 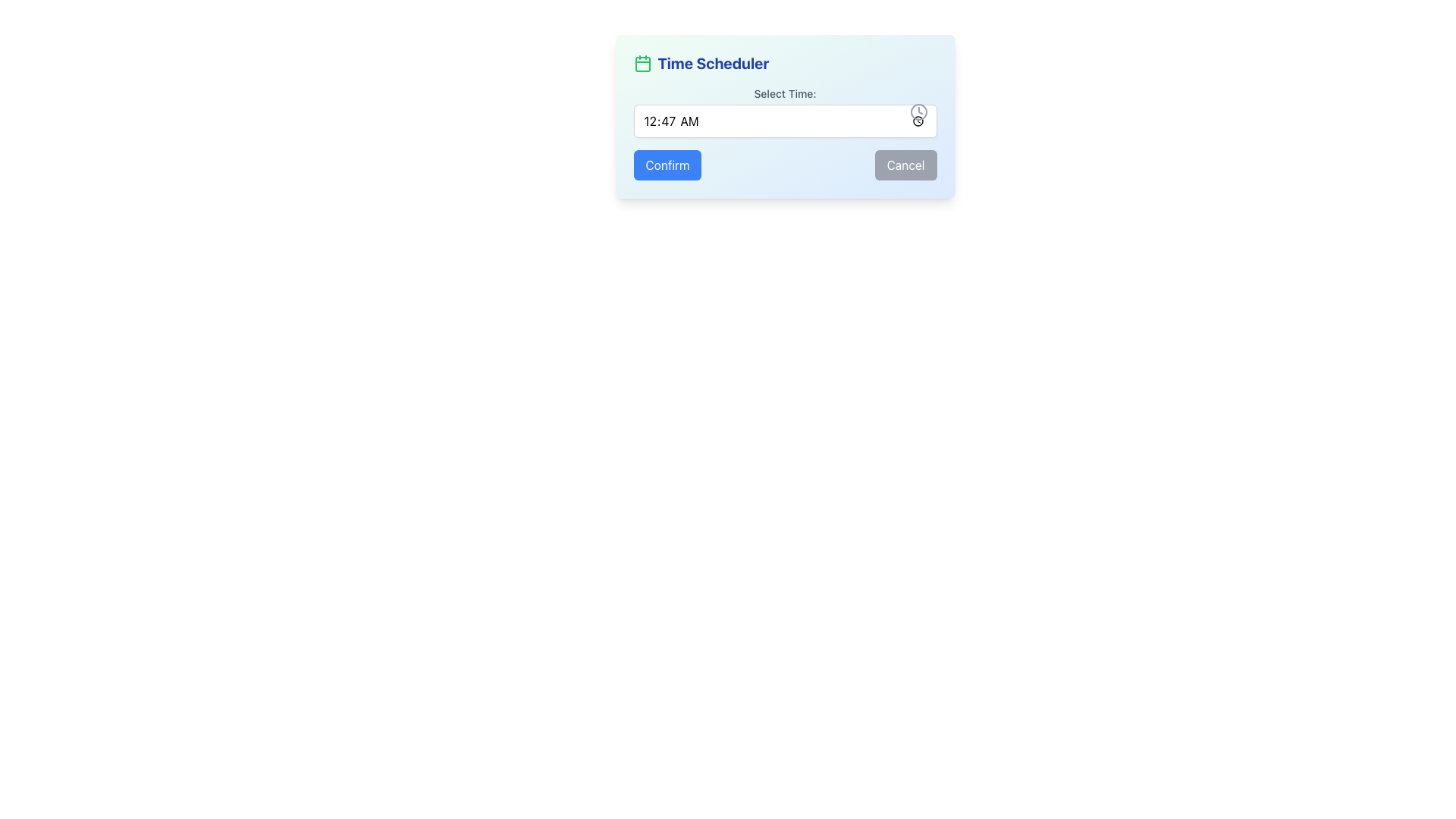 What do you see at coordinates (642, 63) in the screenshot?
I see `the decorative calendar icon with a green border located to the left of the 'Time Scheduler' text` at bounding box center [642, 63].